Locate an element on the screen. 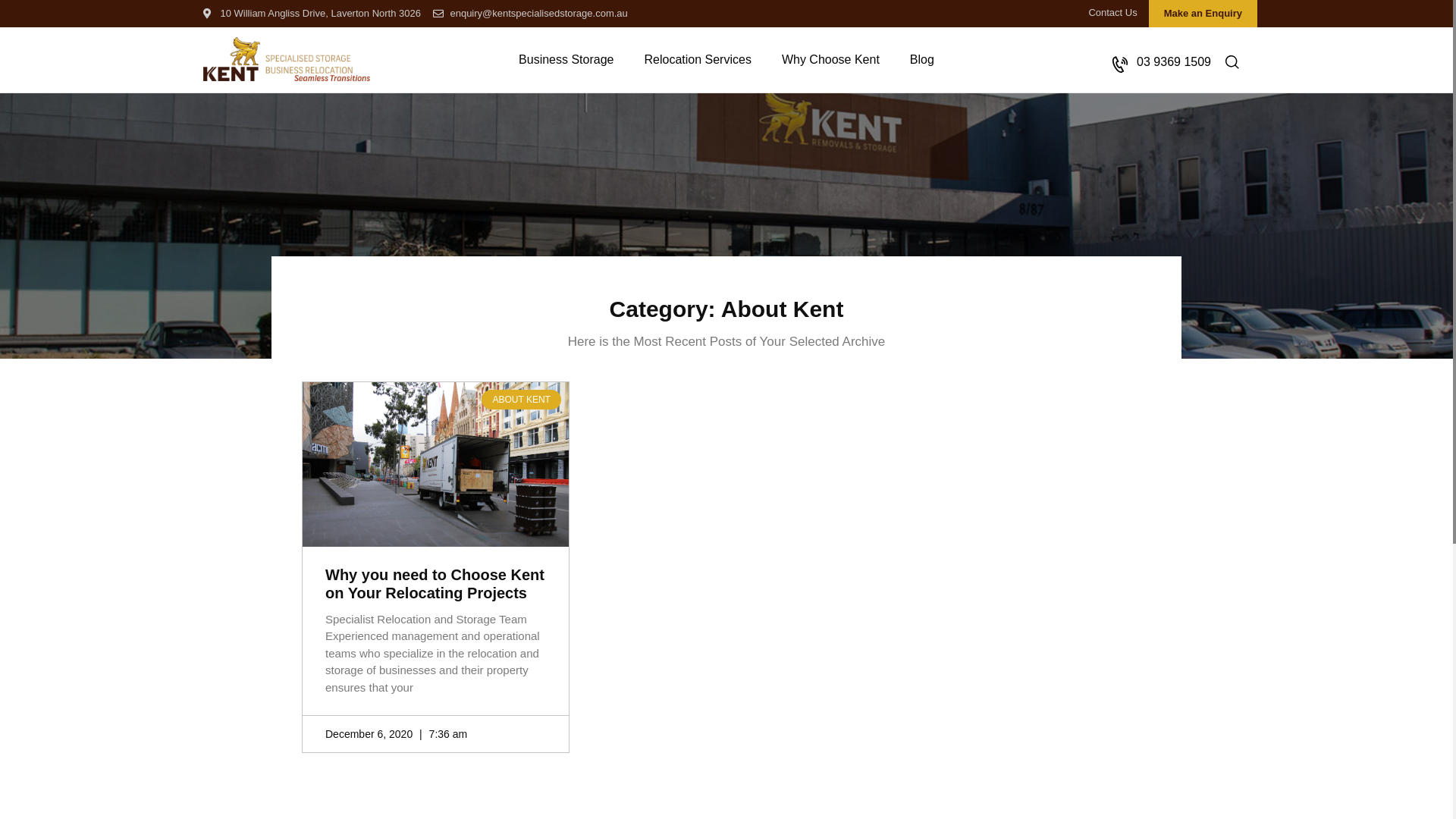 This screenshot has width=1456, height=819. 'Relocation Services' is located at coordinates (629, 58).